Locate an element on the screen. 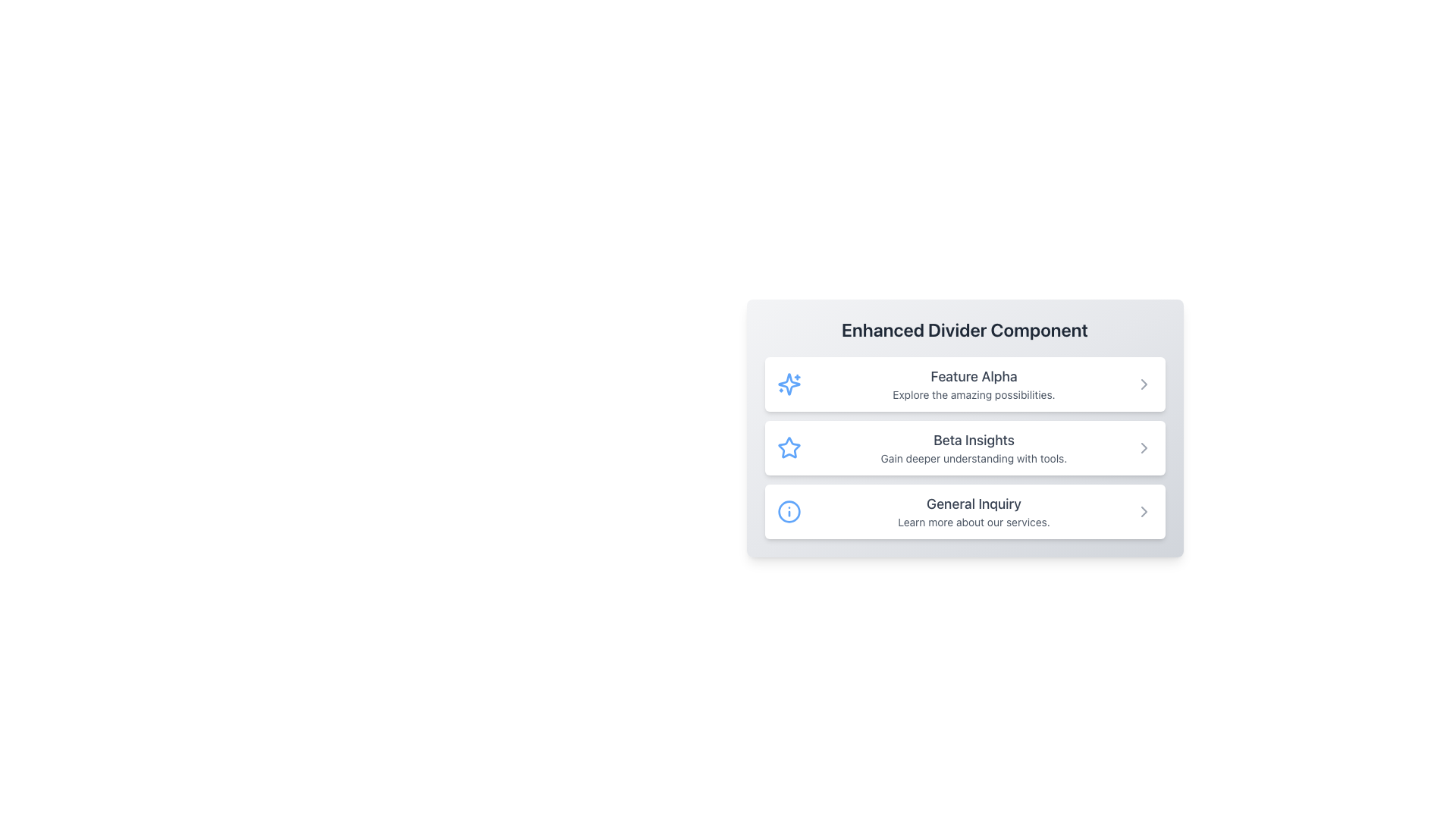  the circular blue 'info' icon located to the left of the 'General Inquiry' text is located at coordinates (789, 512).